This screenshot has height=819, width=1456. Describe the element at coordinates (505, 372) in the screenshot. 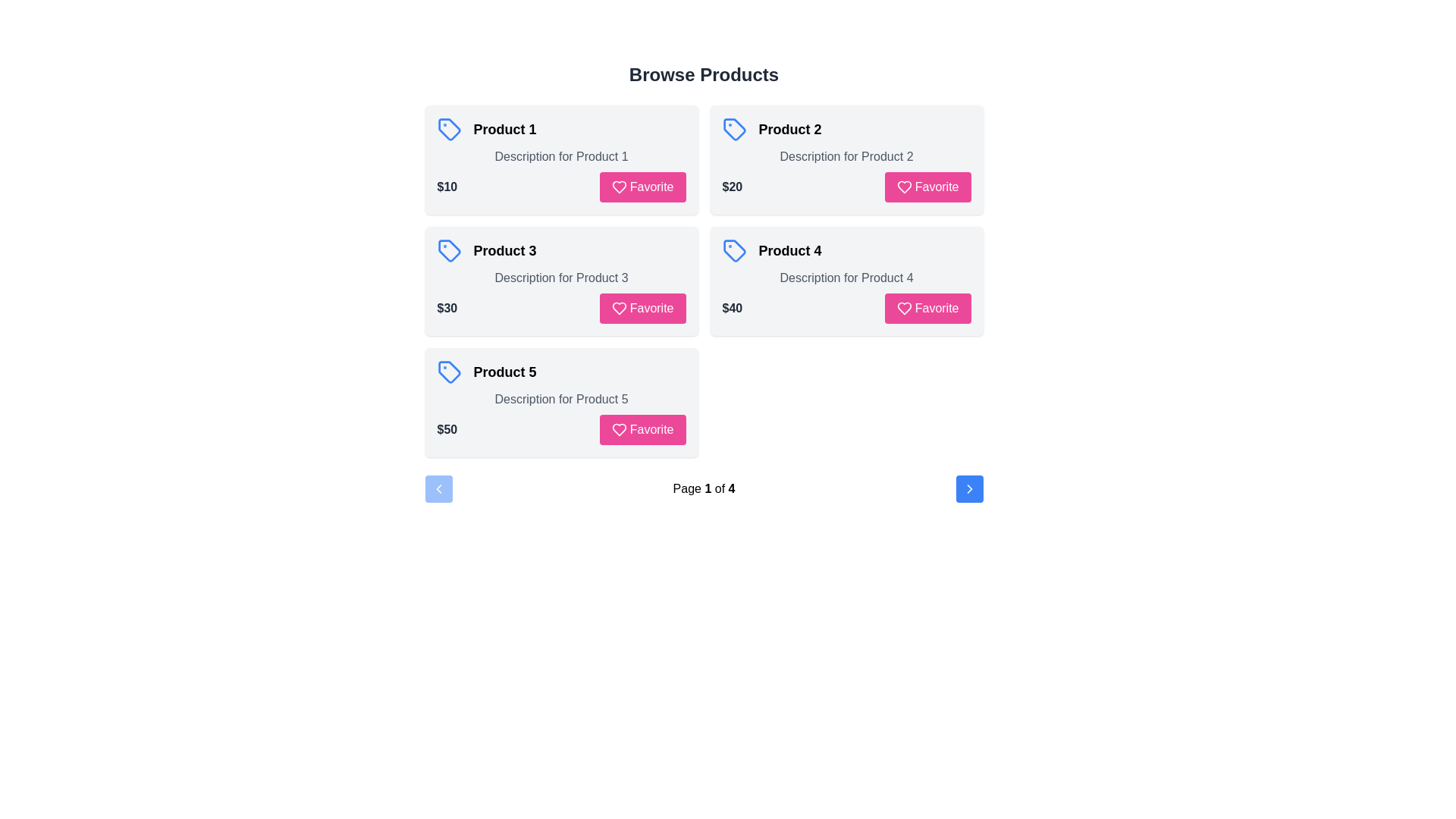

I see `the text label 'Product 5'` at that location.